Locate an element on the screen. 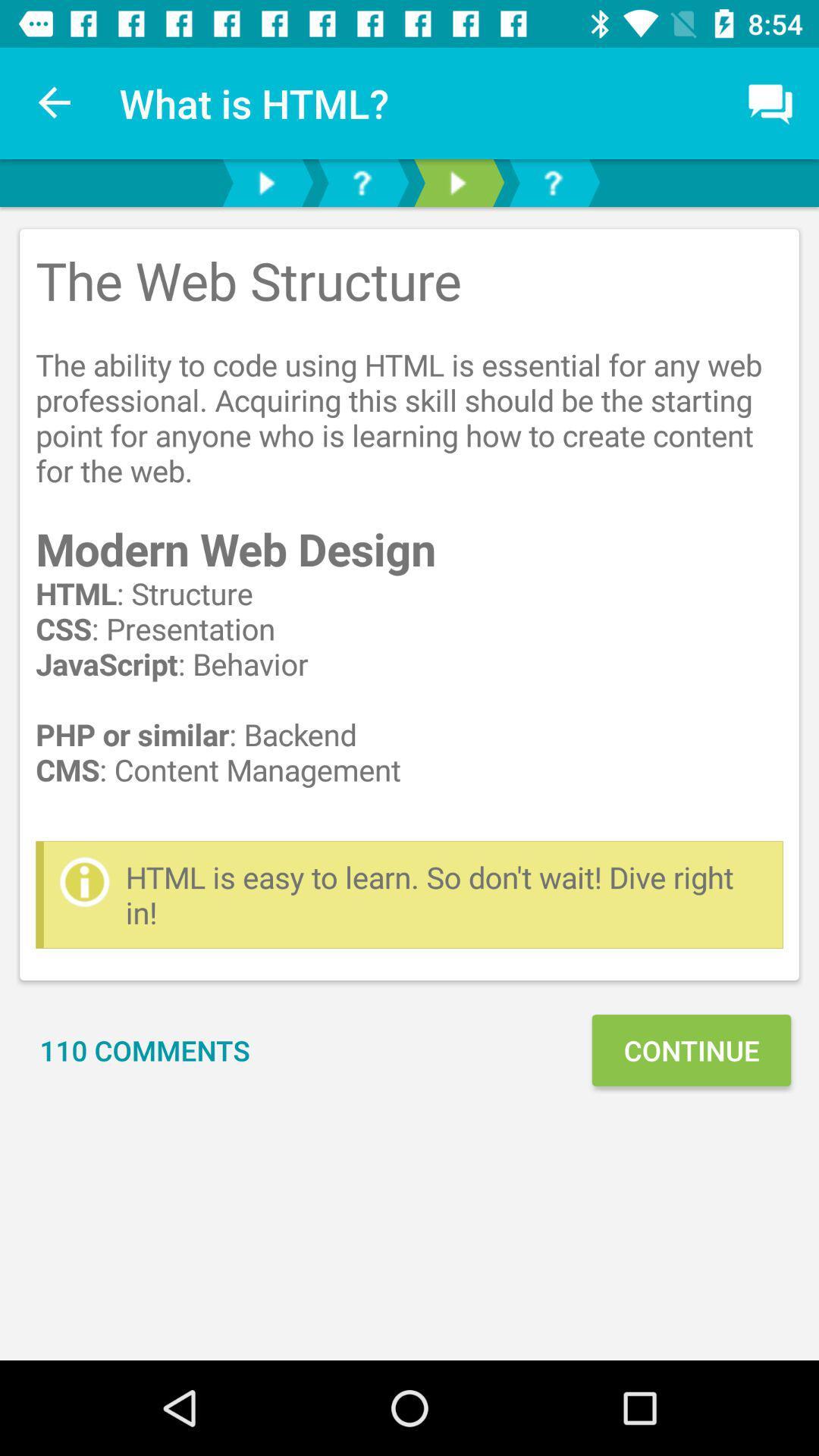 This screenshot has width=819, height=1456. item below the html is easy icon is located at coordinates (145, 1050).